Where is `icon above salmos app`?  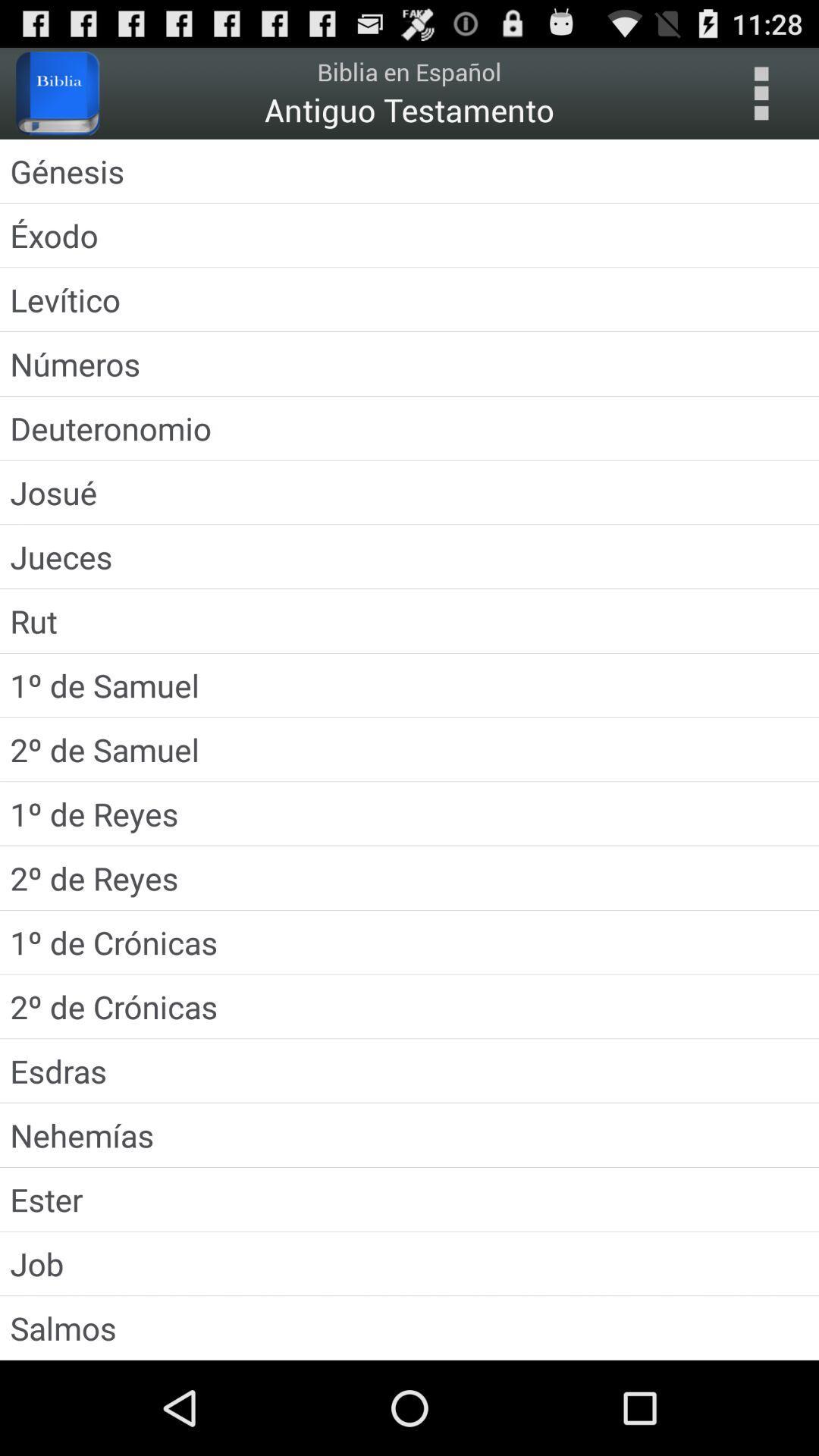 icon above salmos app is located at coordinates (409, 1263).